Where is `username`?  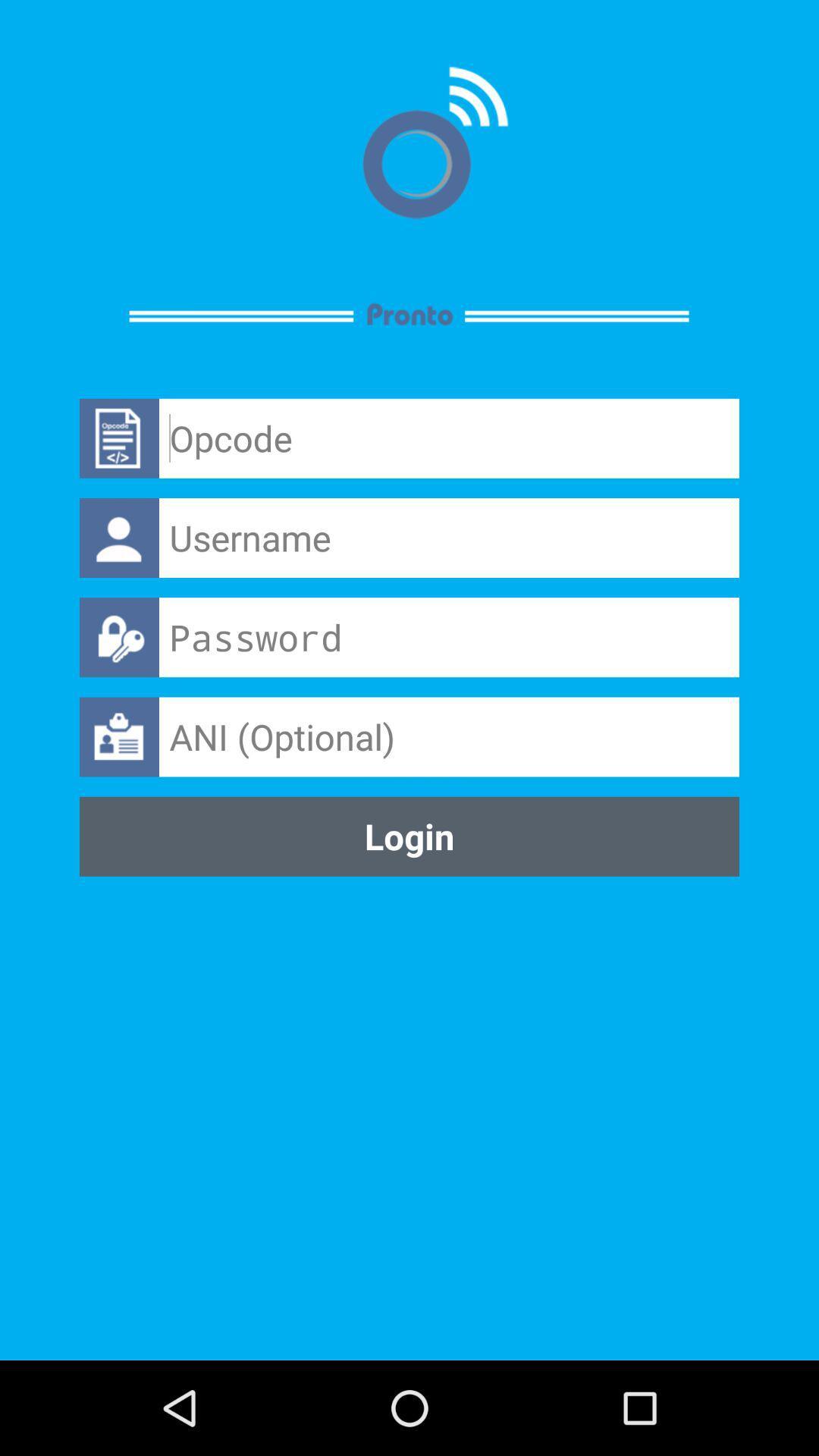
username is located at coordinates (448, 538).